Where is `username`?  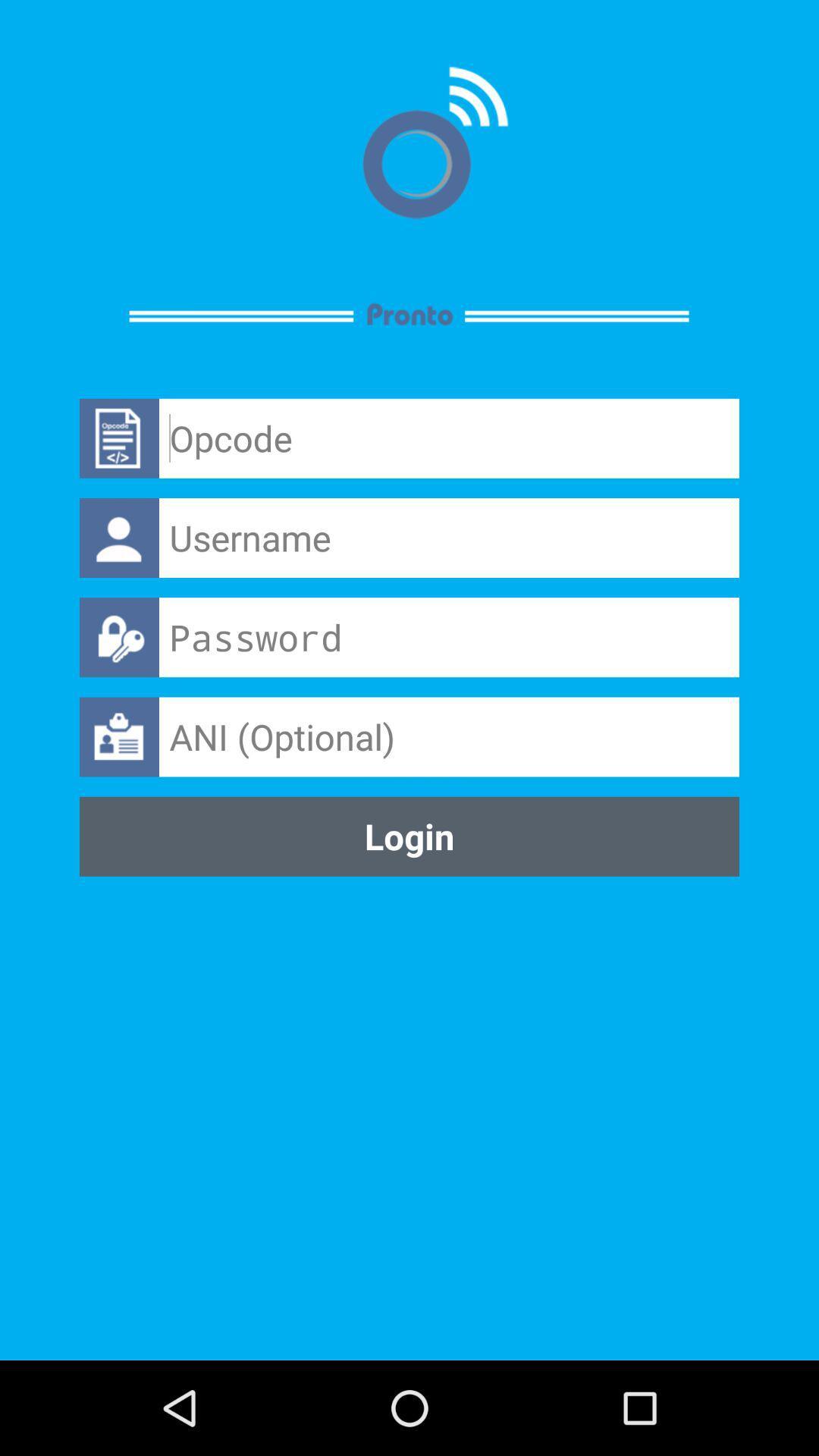
username is located at coordinates (448, 538).